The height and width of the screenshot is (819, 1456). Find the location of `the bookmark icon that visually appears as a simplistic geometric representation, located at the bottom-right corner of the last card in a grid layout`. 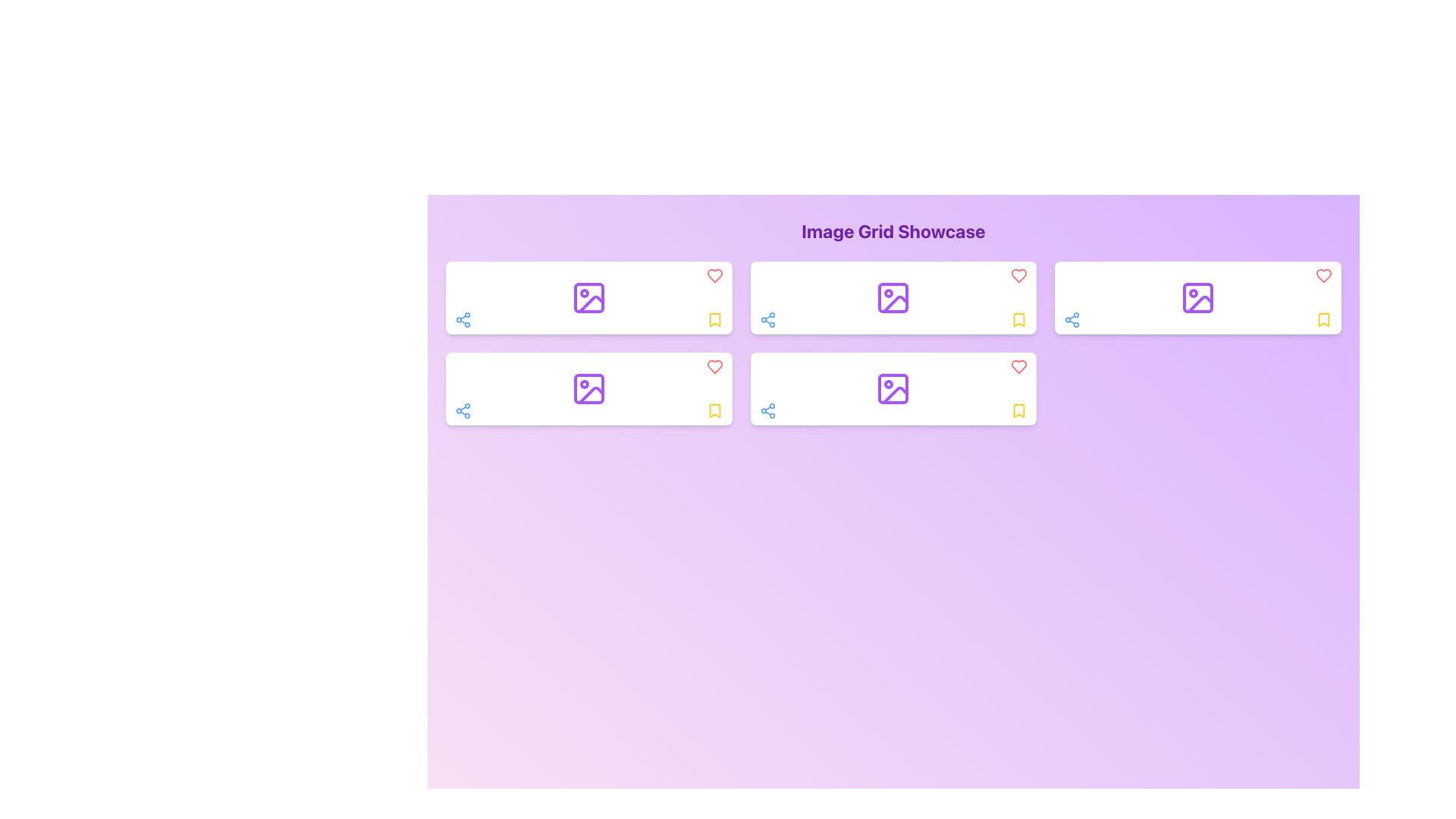

the bookmark icon that visually appears as a simplistic geometric representation, located at the bottom-right corner of the last card in a grid layout is located at coordinates (1323, 318).